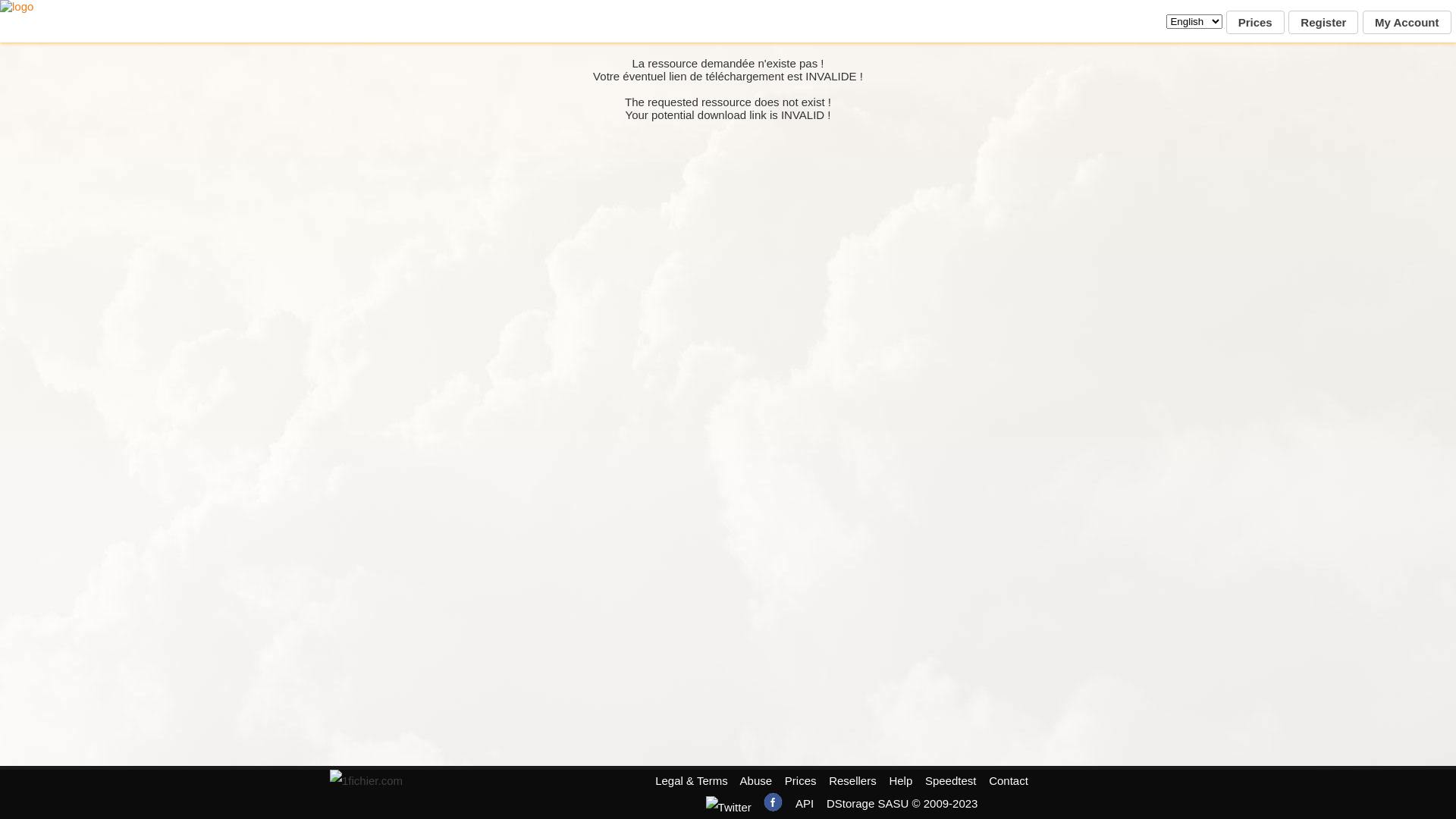 The width and height of the screenshot is (1456, 819). I want to click on 'Speedtest', so click(949, 780).